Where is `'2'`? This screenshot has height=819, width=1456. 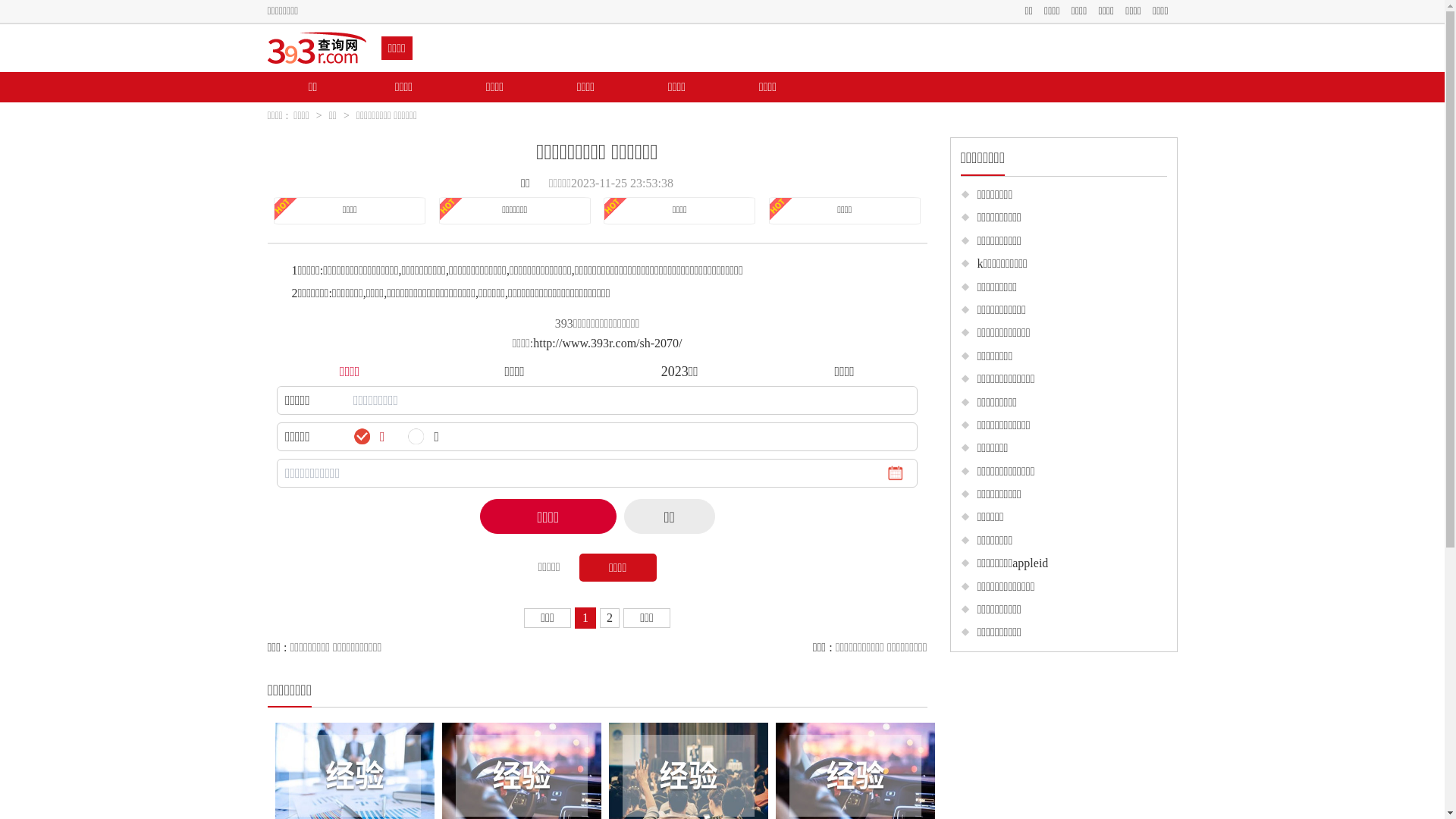 '2' is located at coordinates (610, 617).